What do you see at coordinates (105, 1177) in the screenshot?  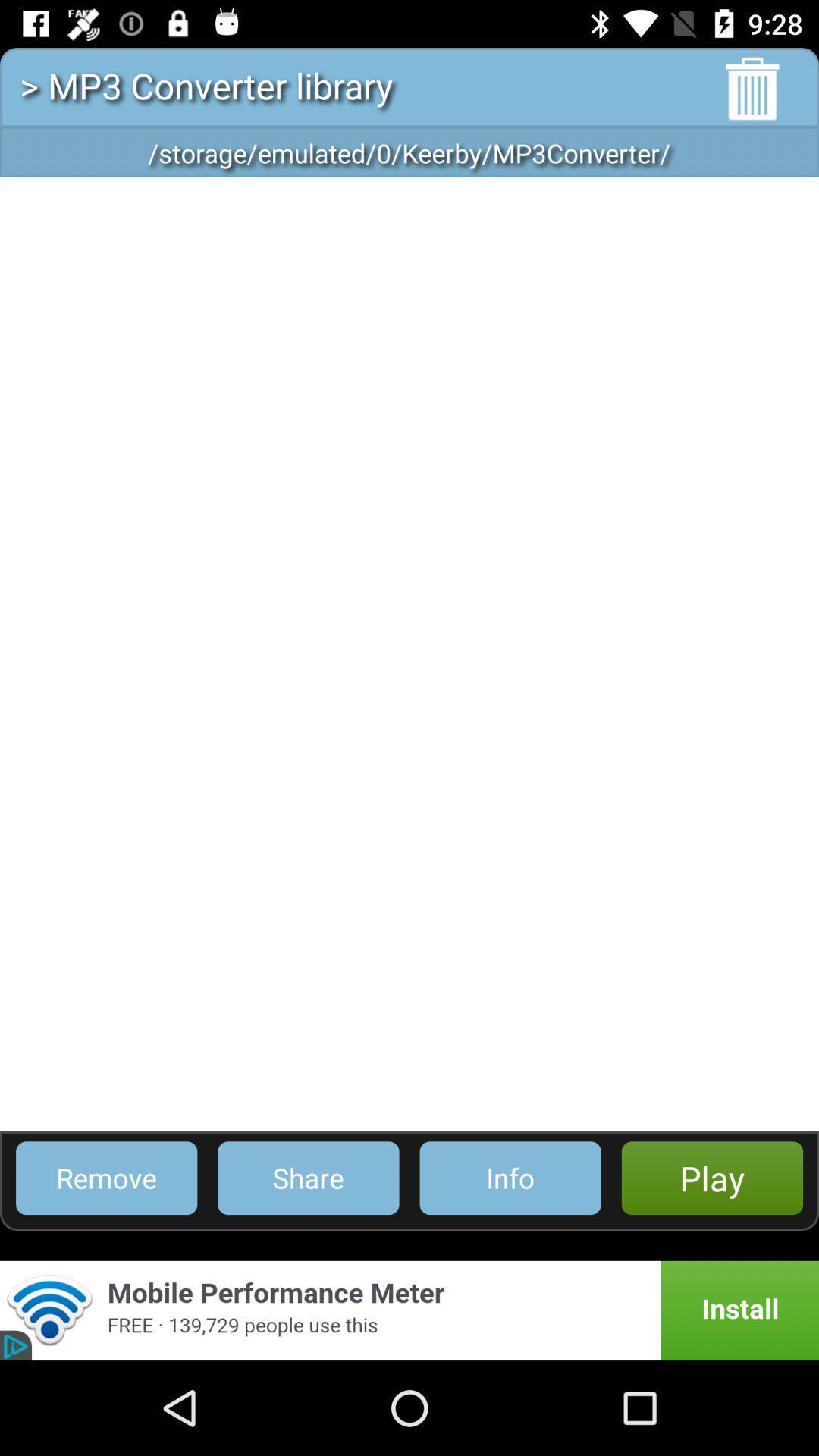 I see `item next to the share` at bounding box center [105, 1177].